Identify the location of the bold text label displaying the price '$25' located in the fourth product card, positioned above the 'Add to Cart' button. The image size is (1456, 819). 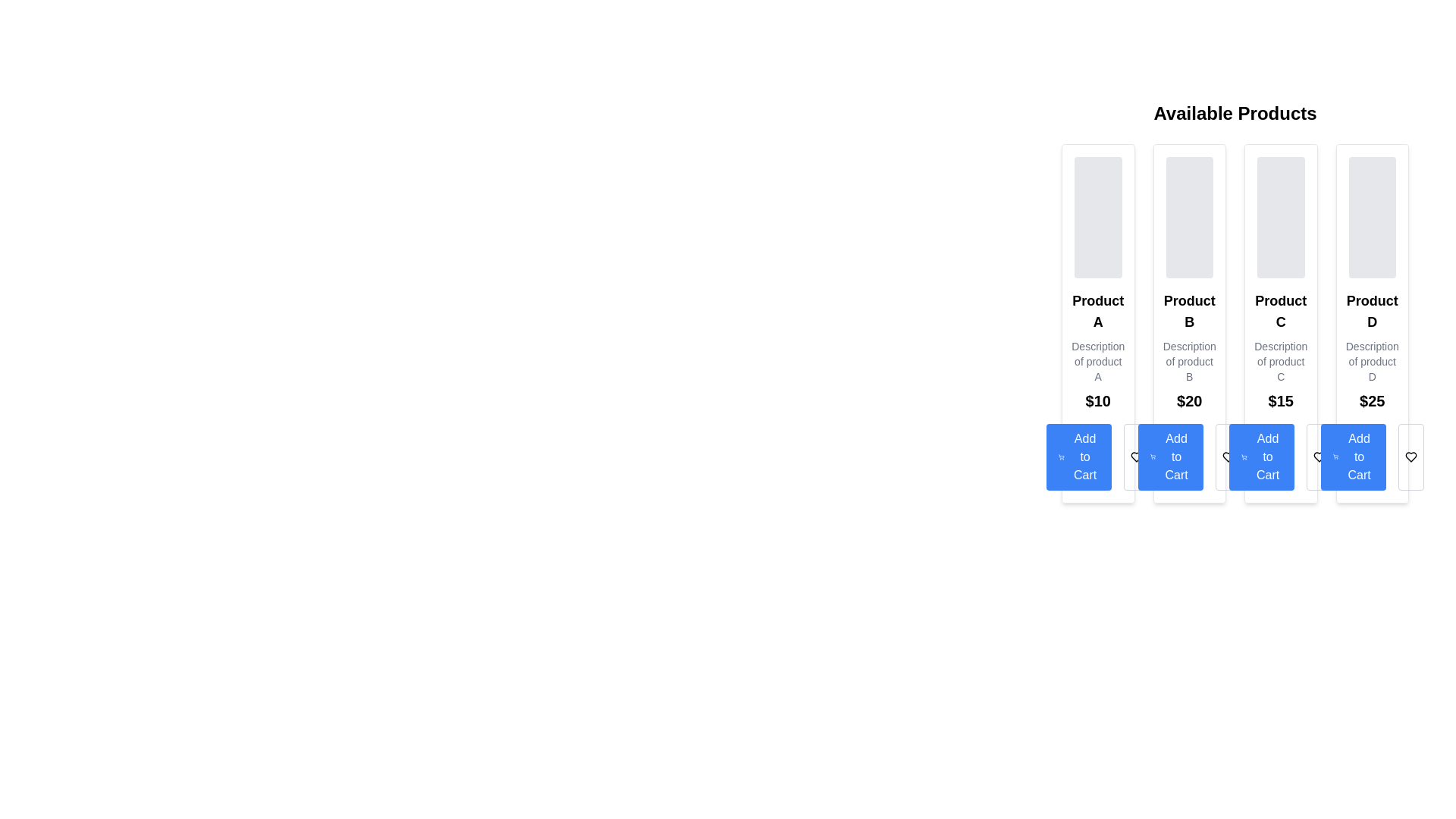
(1372, 400).